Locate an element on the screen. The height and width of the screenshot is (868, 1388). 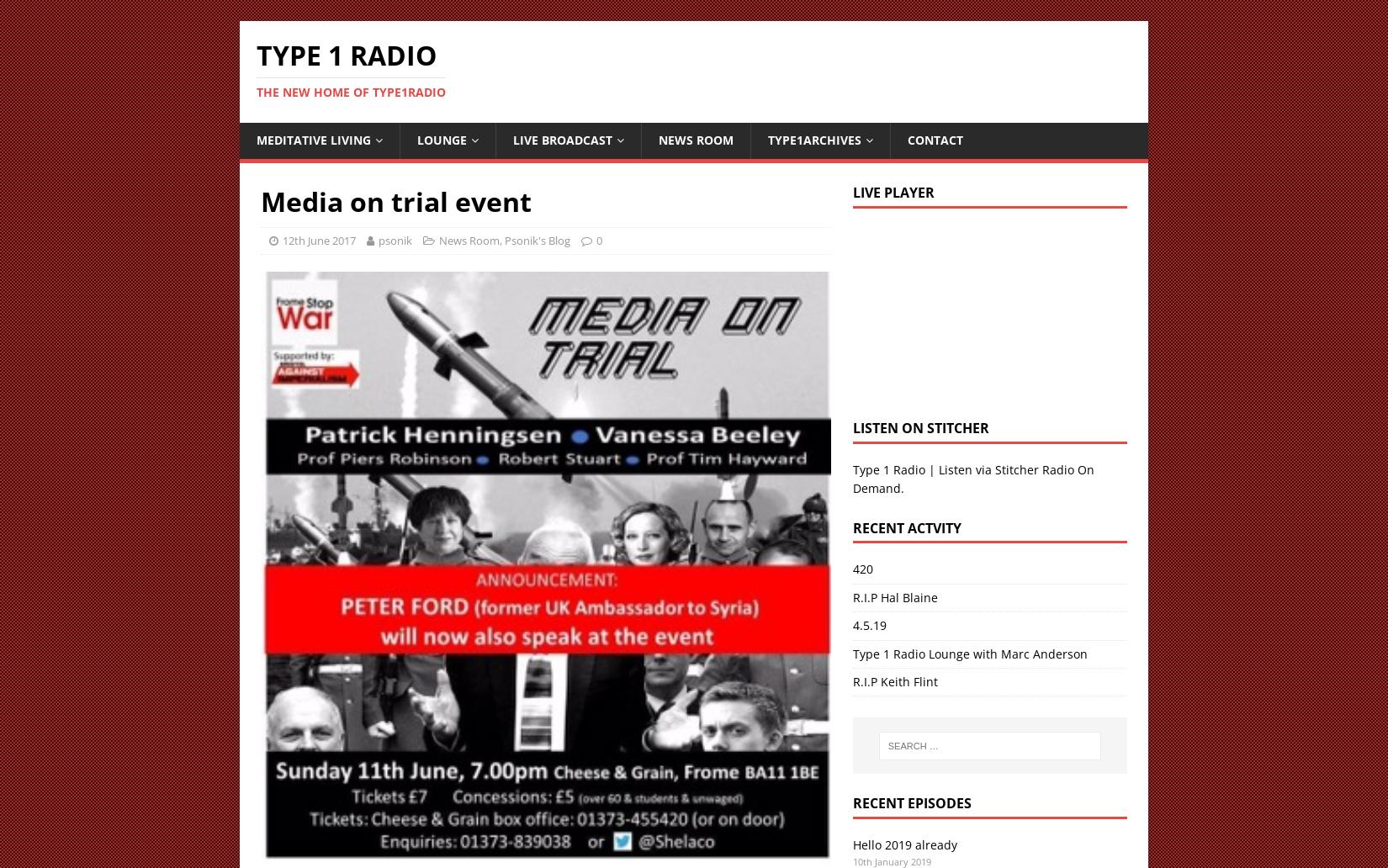
'Type 1 Radio | Listen via Stitcher Radio On Demand' is located at coordinates (972, 479).